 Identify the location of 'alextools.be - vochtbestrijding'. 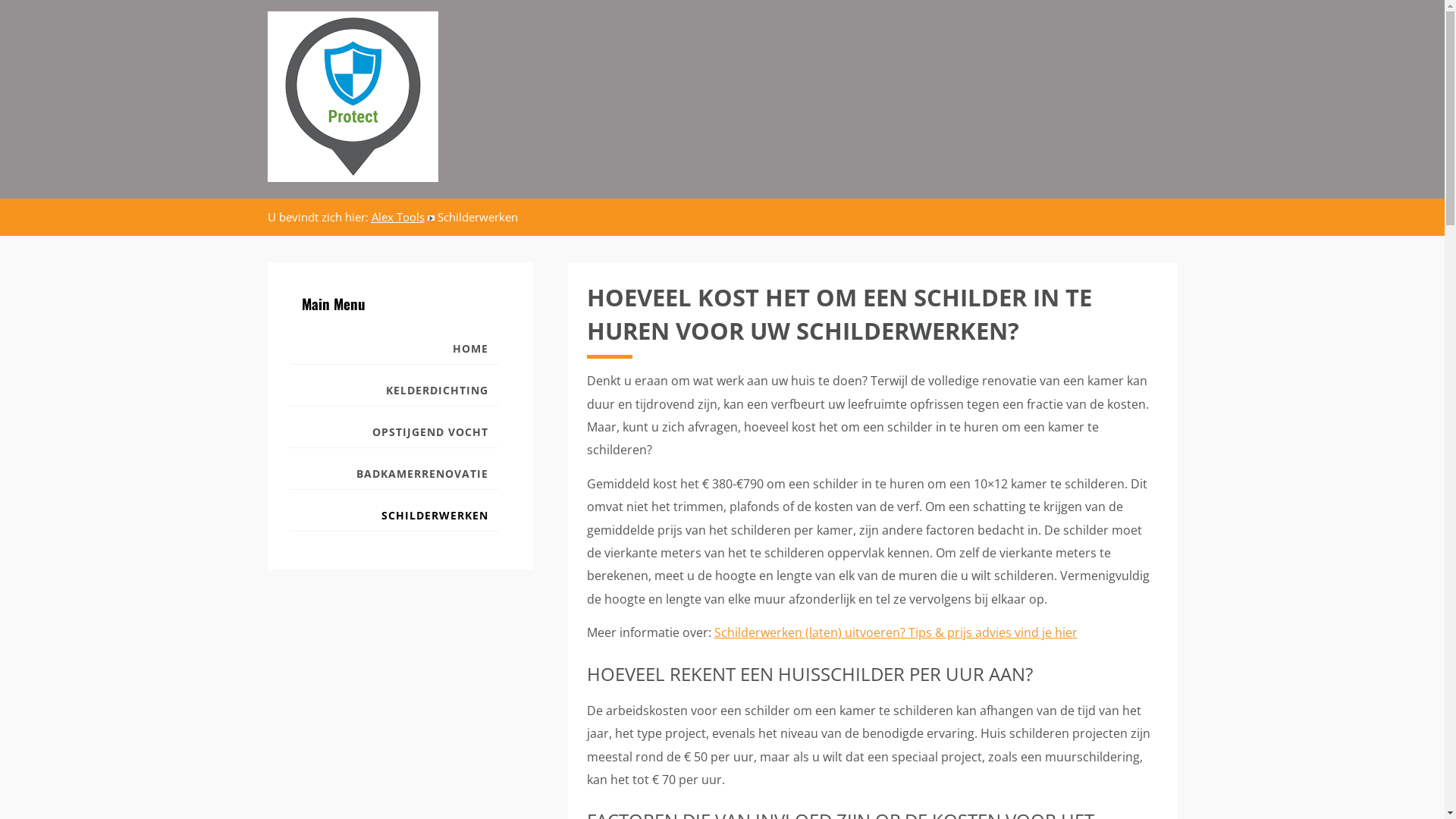
(266, 96).